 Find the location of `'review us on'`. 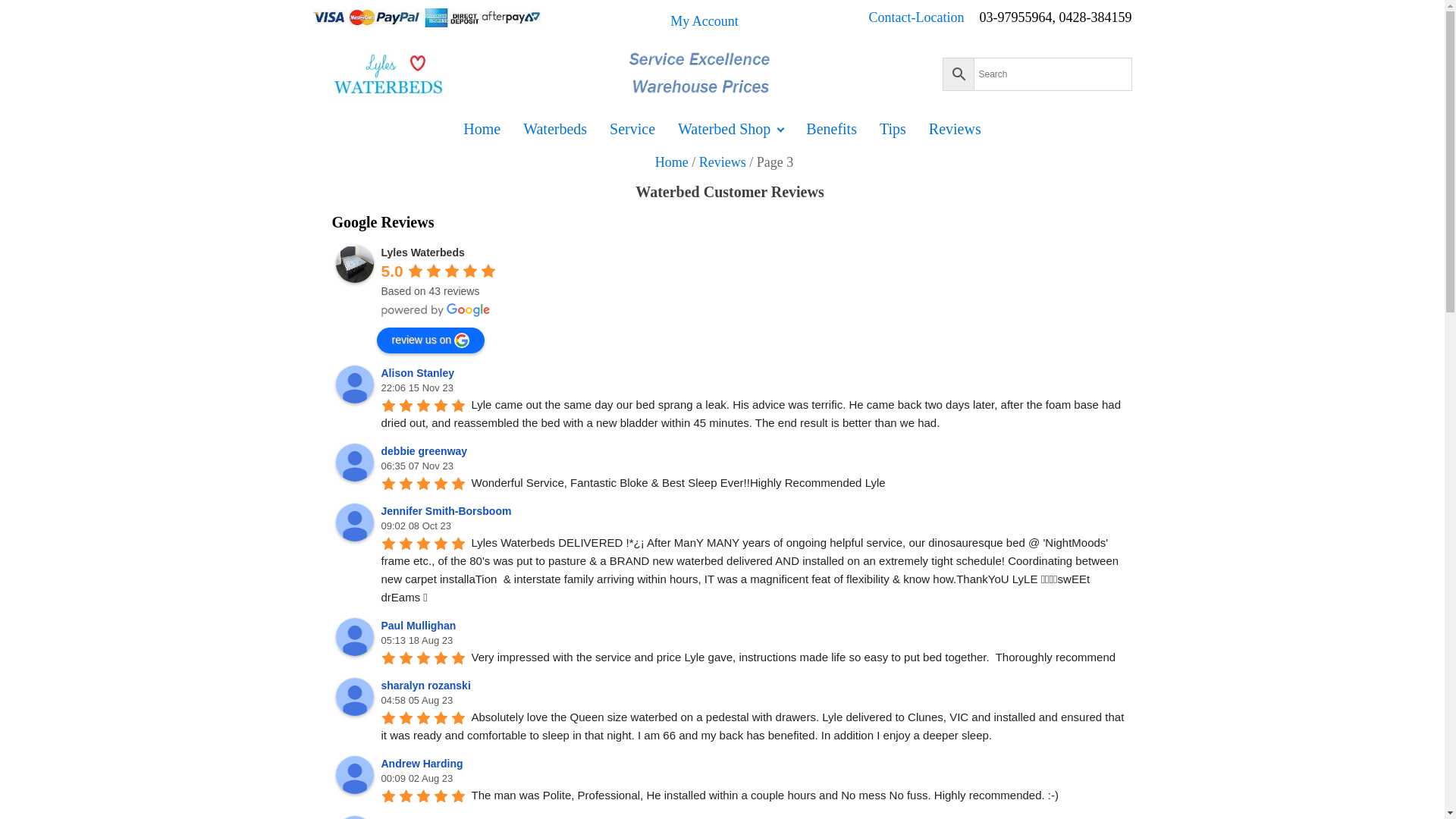

'review us on' is located at coordinates (429, 339).